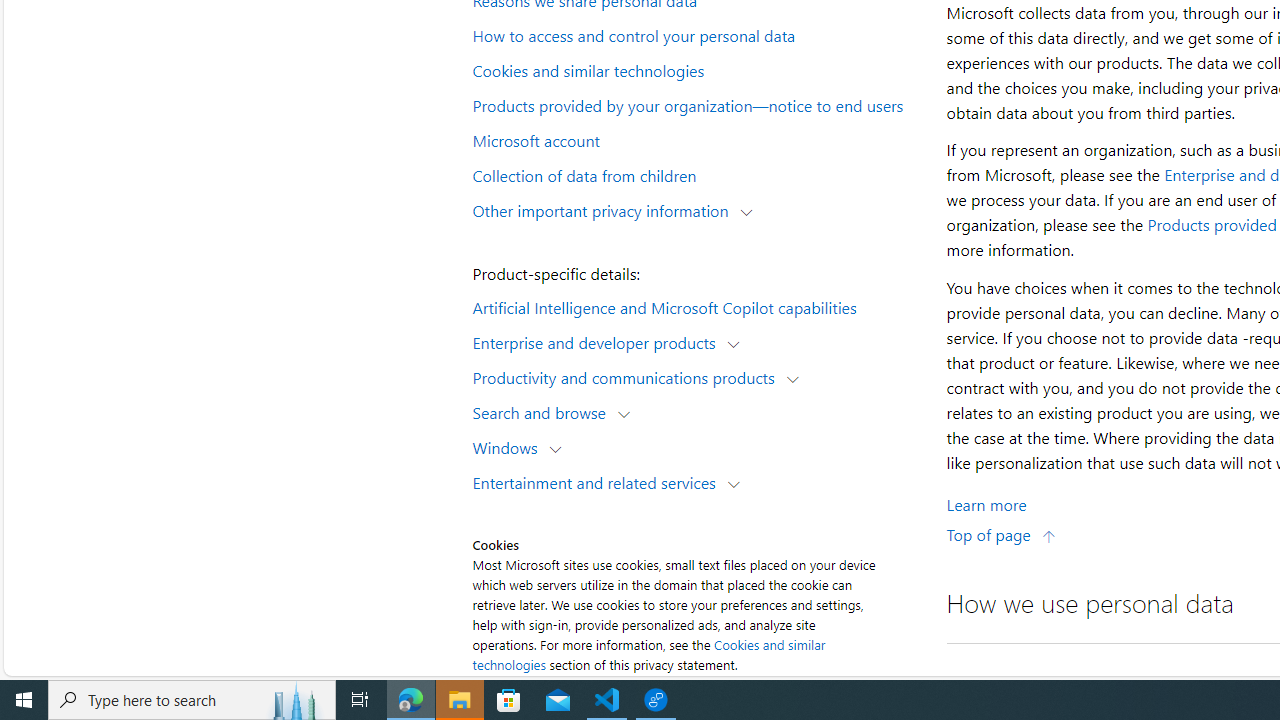  What do you see at coordinates (627, 376) in the screenshot?
I see `'Productivity and communications products'` at bounding box center [627, 376].